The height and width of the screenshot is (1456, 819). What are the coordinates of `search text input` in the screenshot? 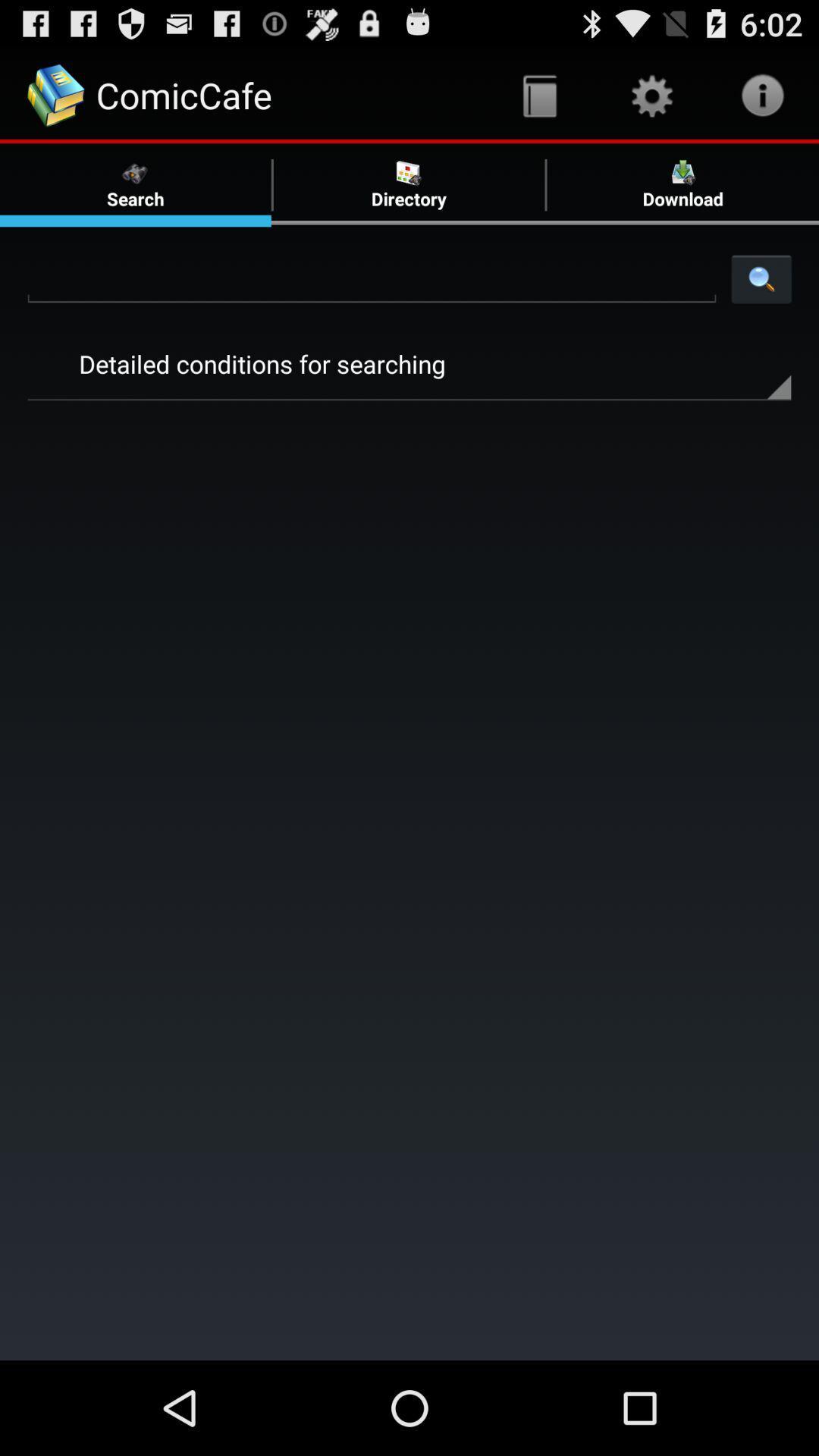 It's located at (372, 278).